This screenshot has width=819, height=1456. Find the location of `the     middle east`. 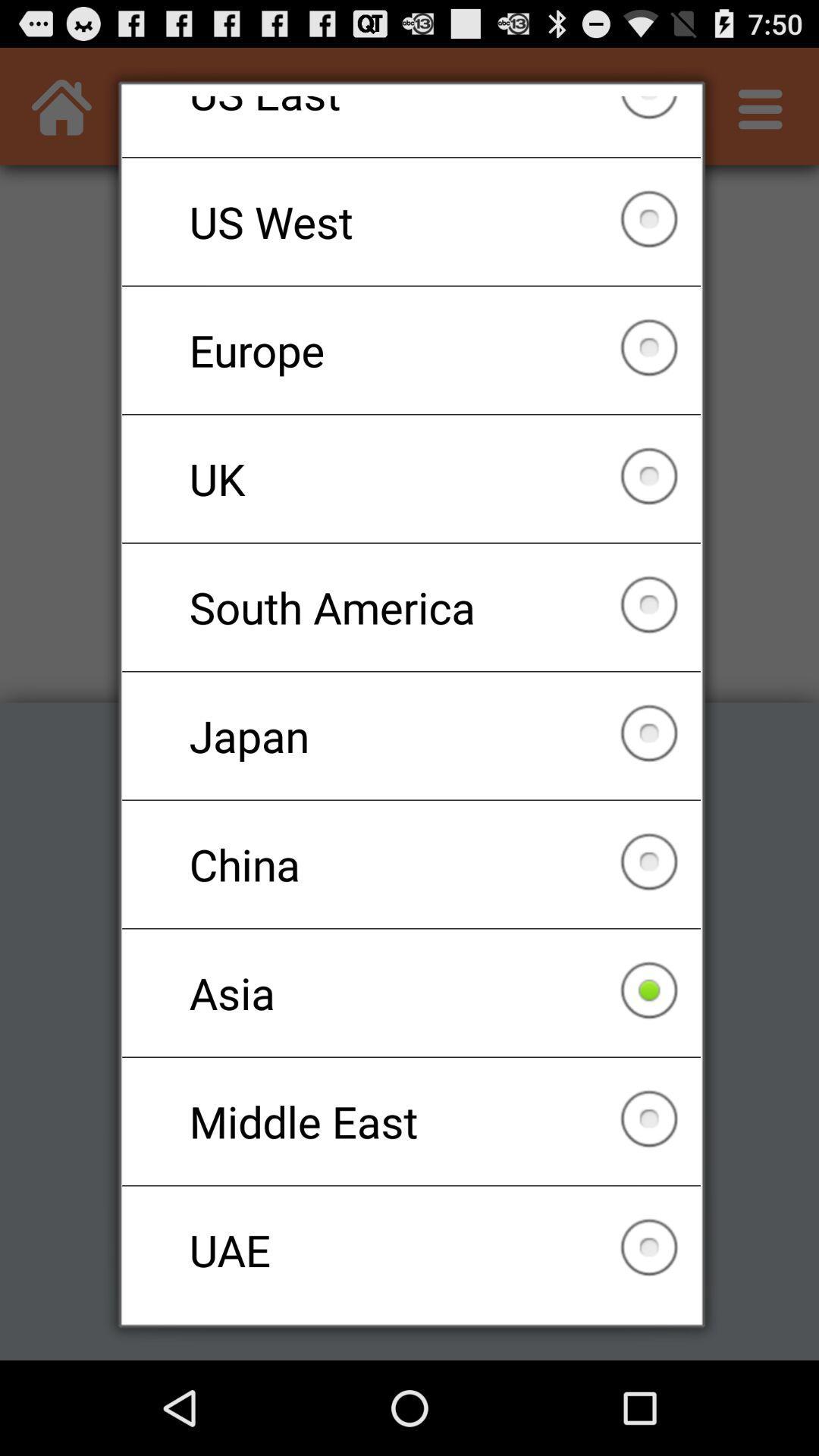

the     middle east is located at coordinates (411, 1121).